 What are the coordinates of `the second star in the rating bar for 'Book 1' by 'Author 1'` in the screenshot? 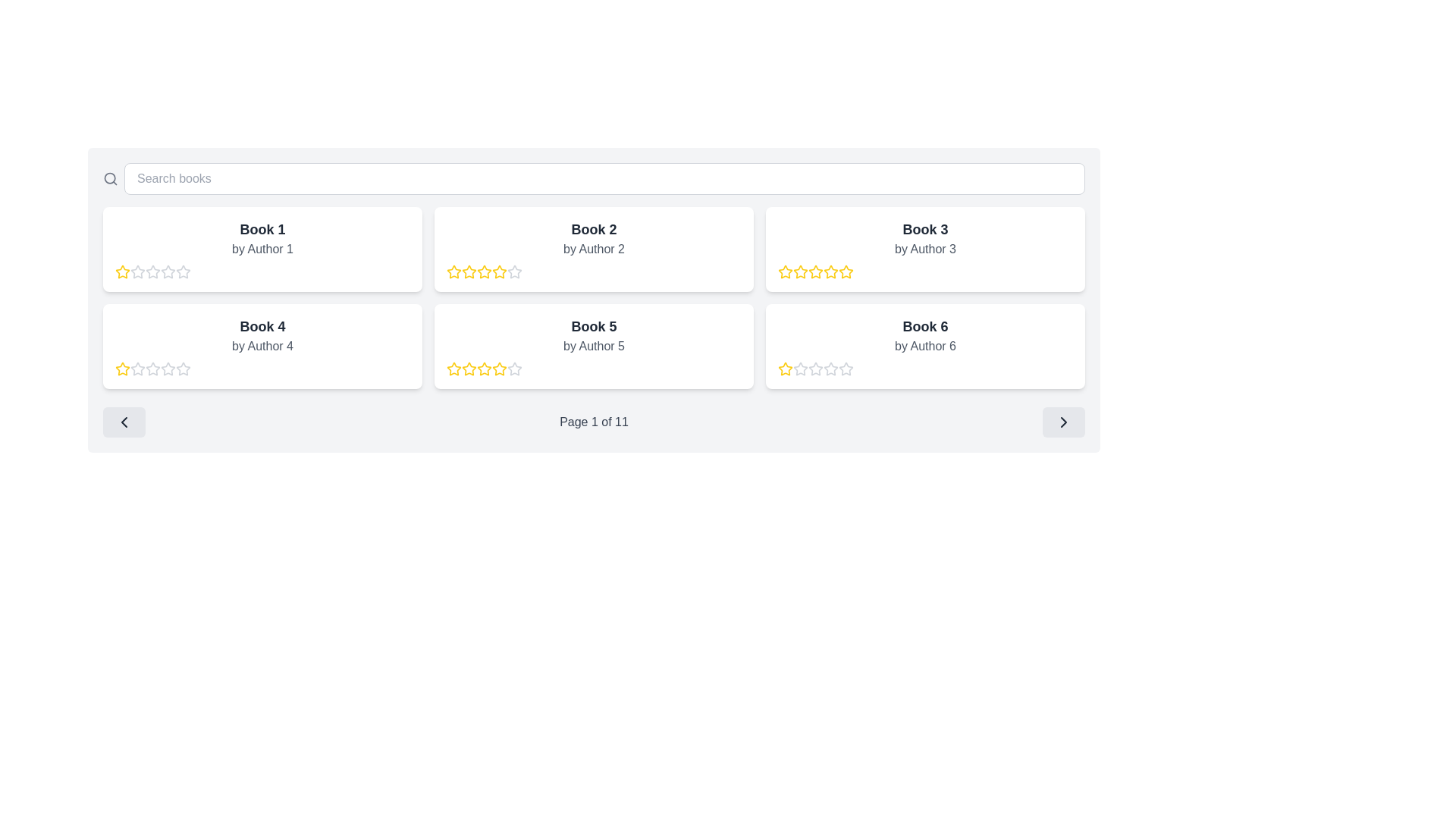 It's located at (152, 271).